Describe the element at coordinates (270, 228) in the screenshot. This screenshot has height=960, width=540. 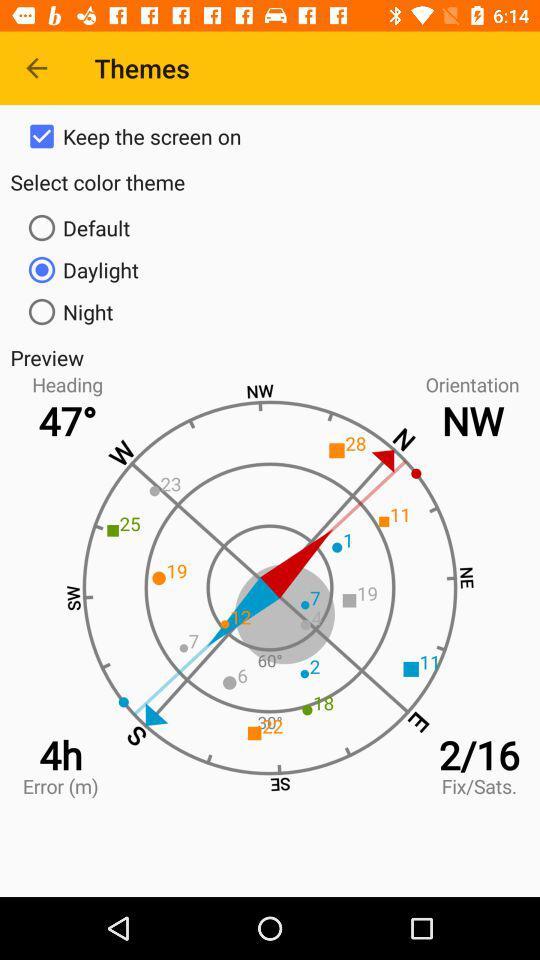
I see `icon below select color theme item` at that location.